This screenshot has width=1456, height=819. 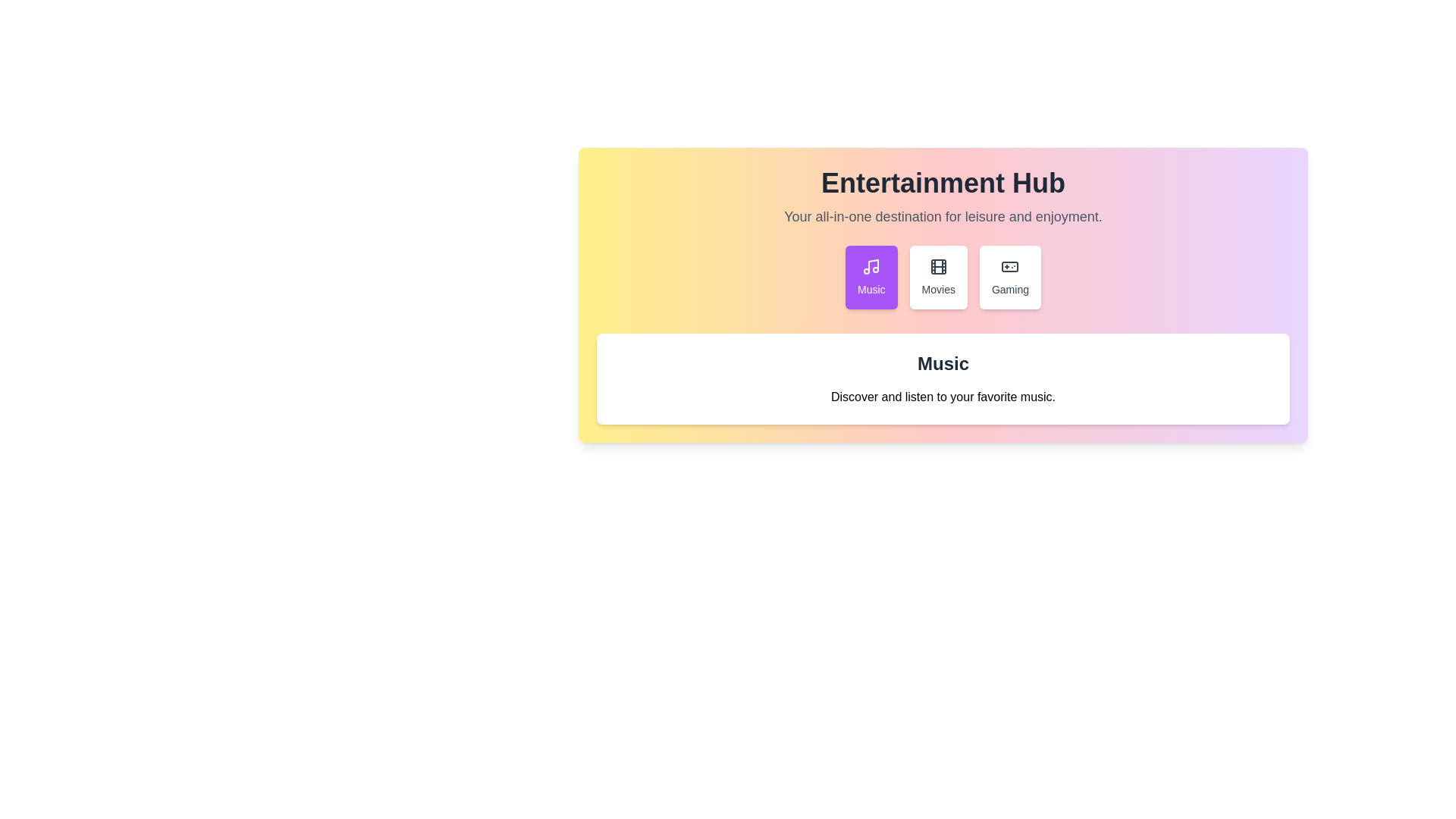 I want to click on the central button located below the 'Entertainment Hub' title, so click(x=942, y=278).